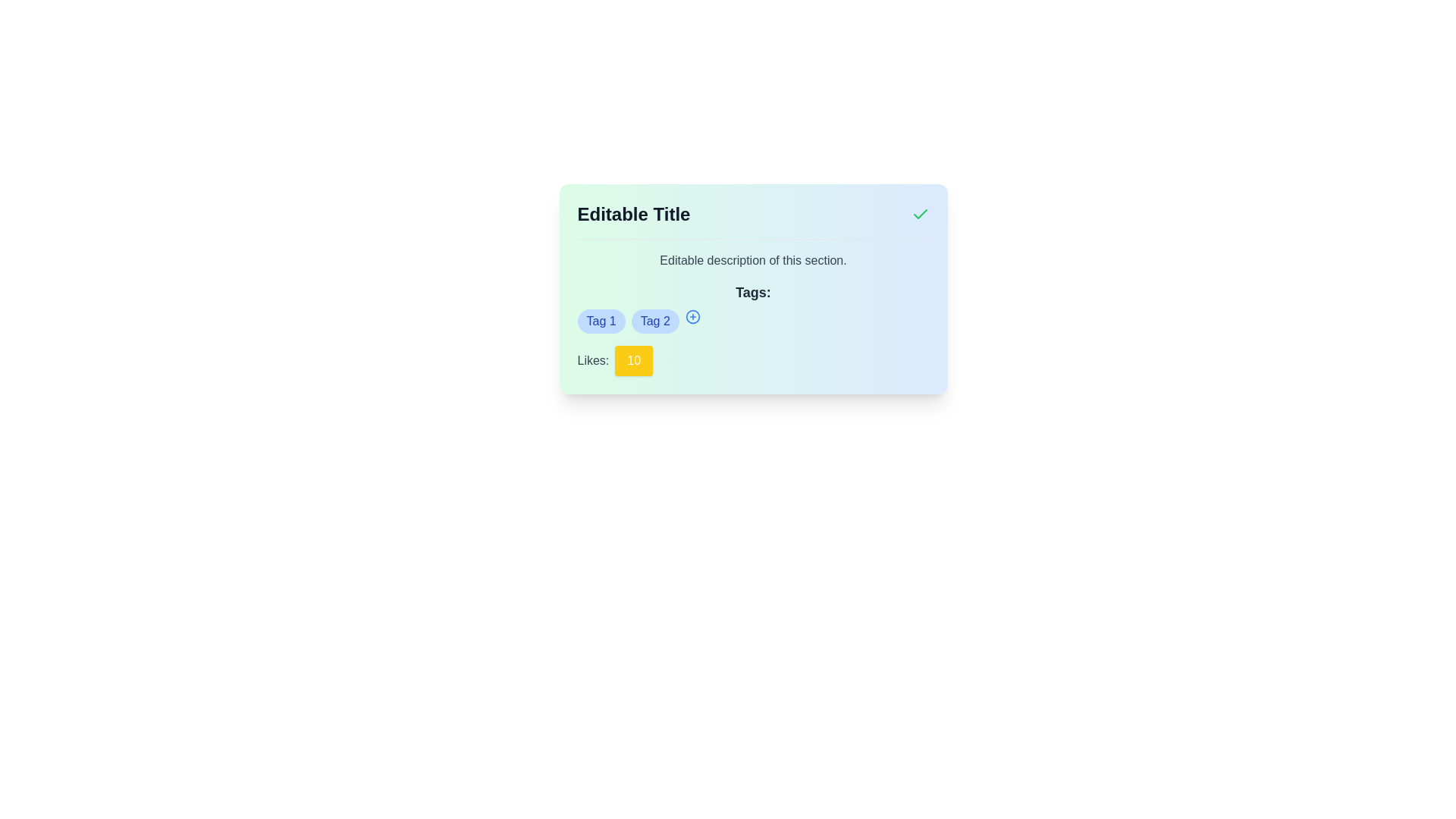  I want to click on the first tag element located under the 'Tags:' label, which serves as a visual tag or label for categorizing content, so click(601, 321).